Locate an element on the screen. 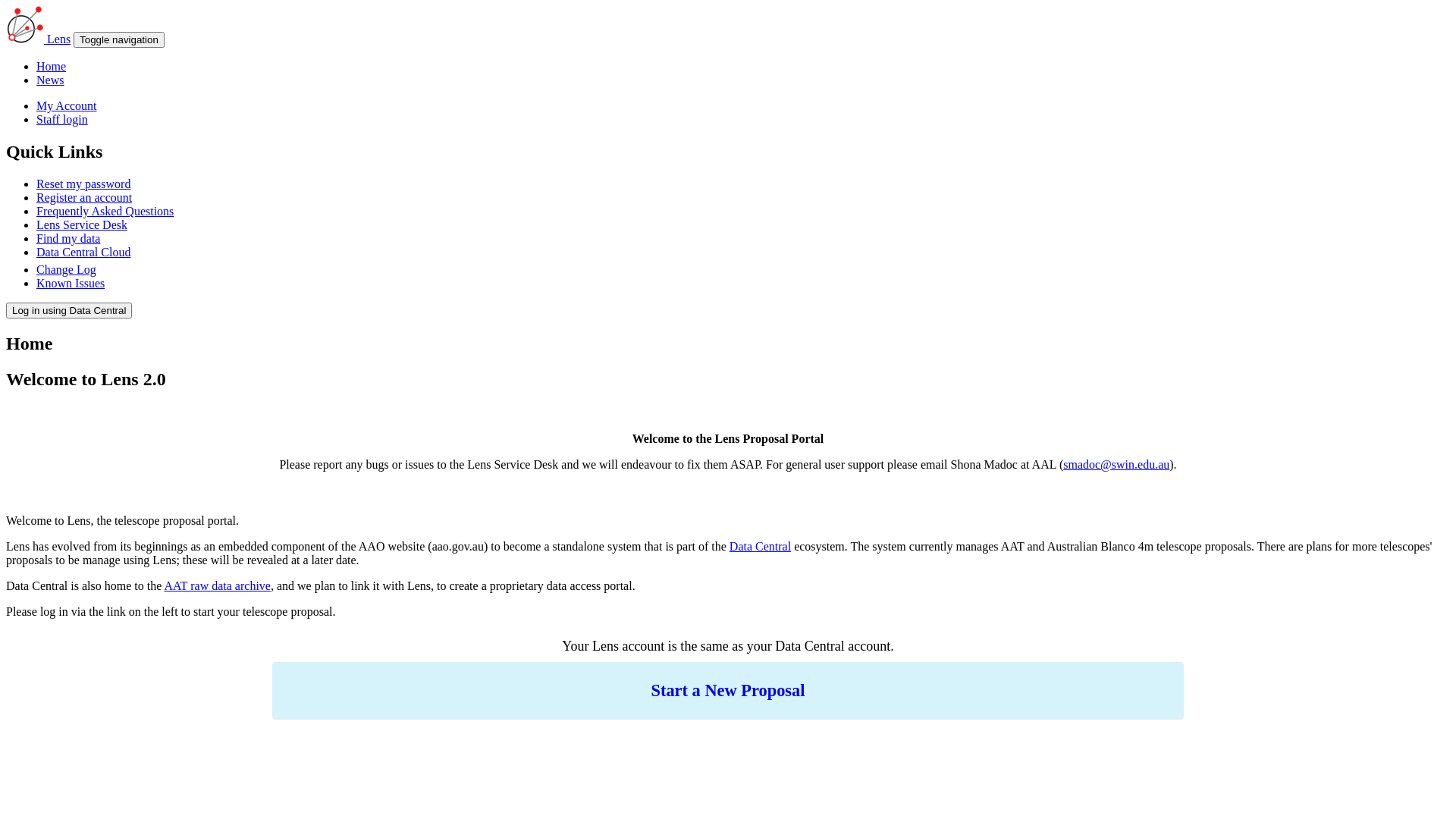 This screenshot has height=819, width=1456. 'Log in using Data Central' is located at coordinates (68, 309).